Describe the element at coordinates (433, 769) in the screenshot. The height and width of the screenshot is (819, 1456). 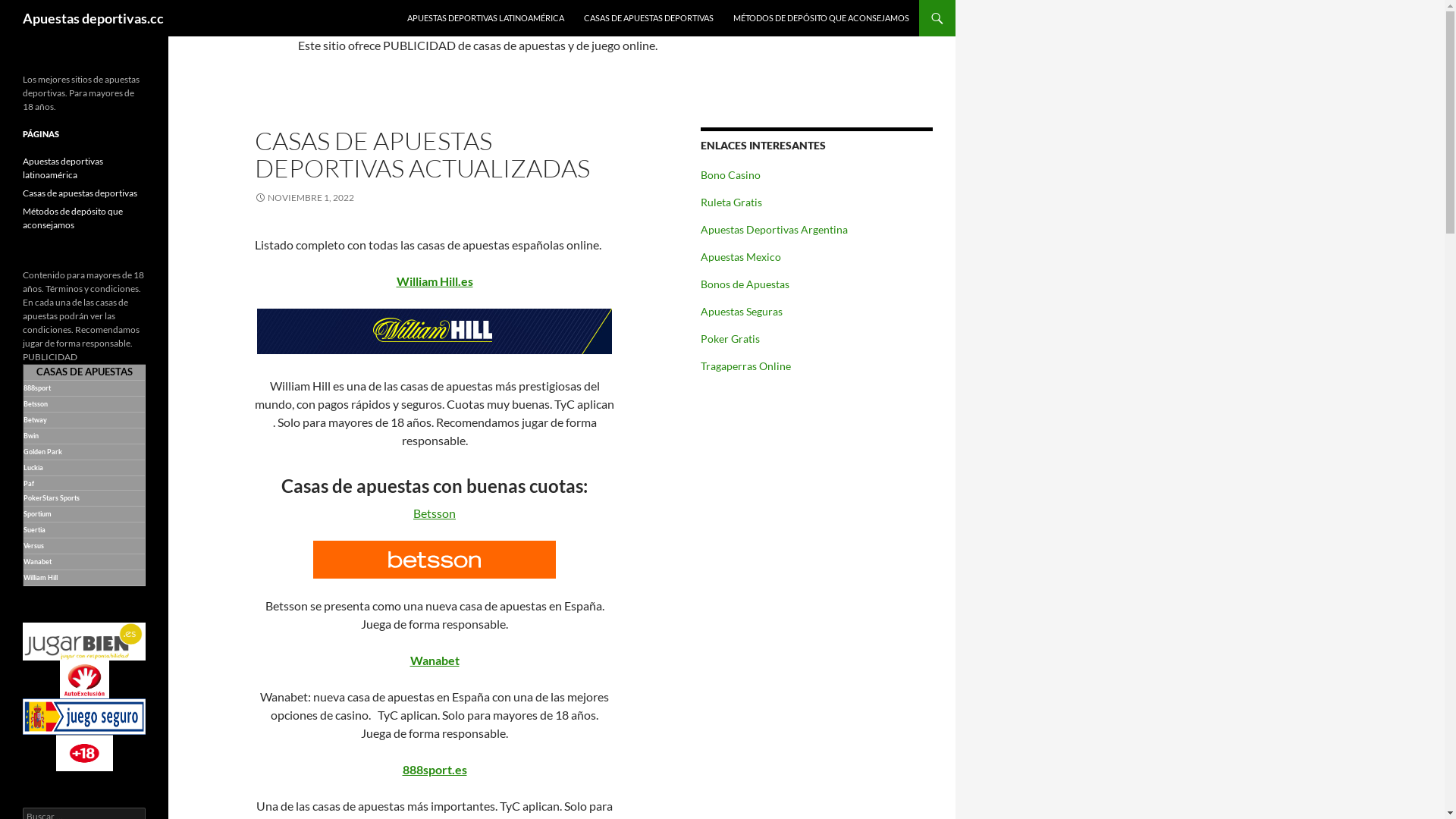
I see `'888sport.es'` at that location.